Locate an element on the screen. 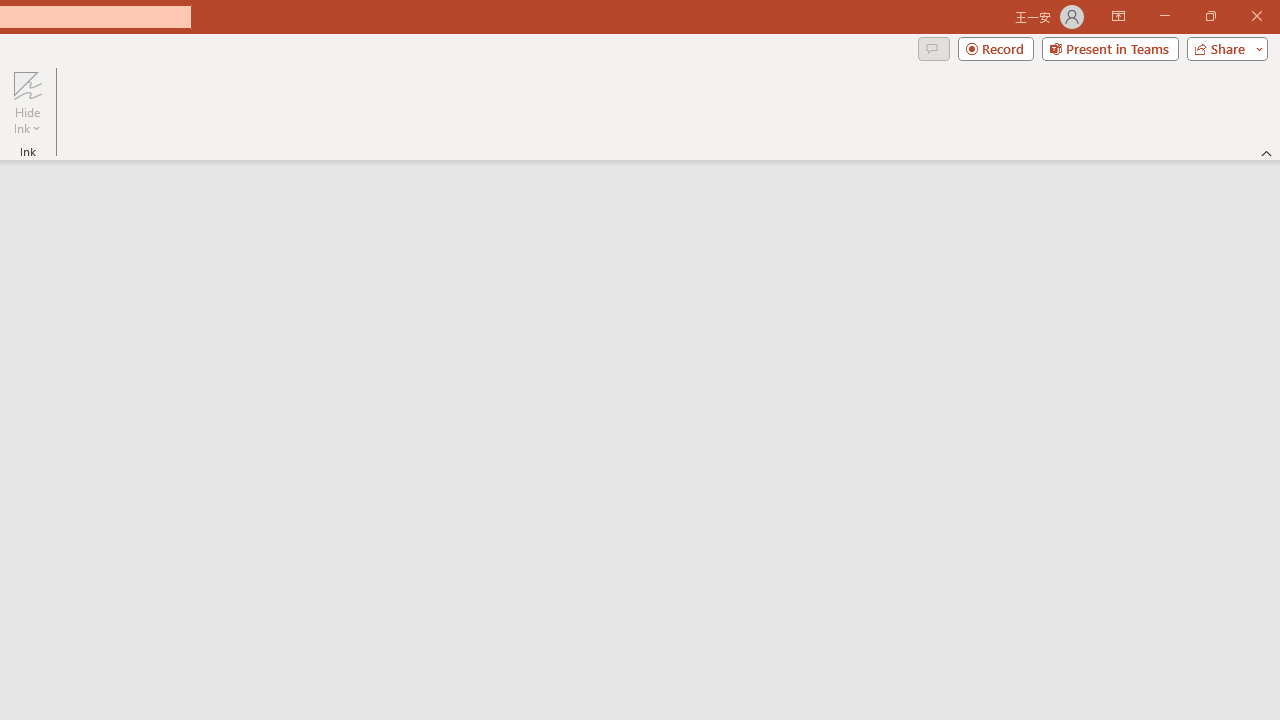  'More Options' is located at coordinates (27, 121).